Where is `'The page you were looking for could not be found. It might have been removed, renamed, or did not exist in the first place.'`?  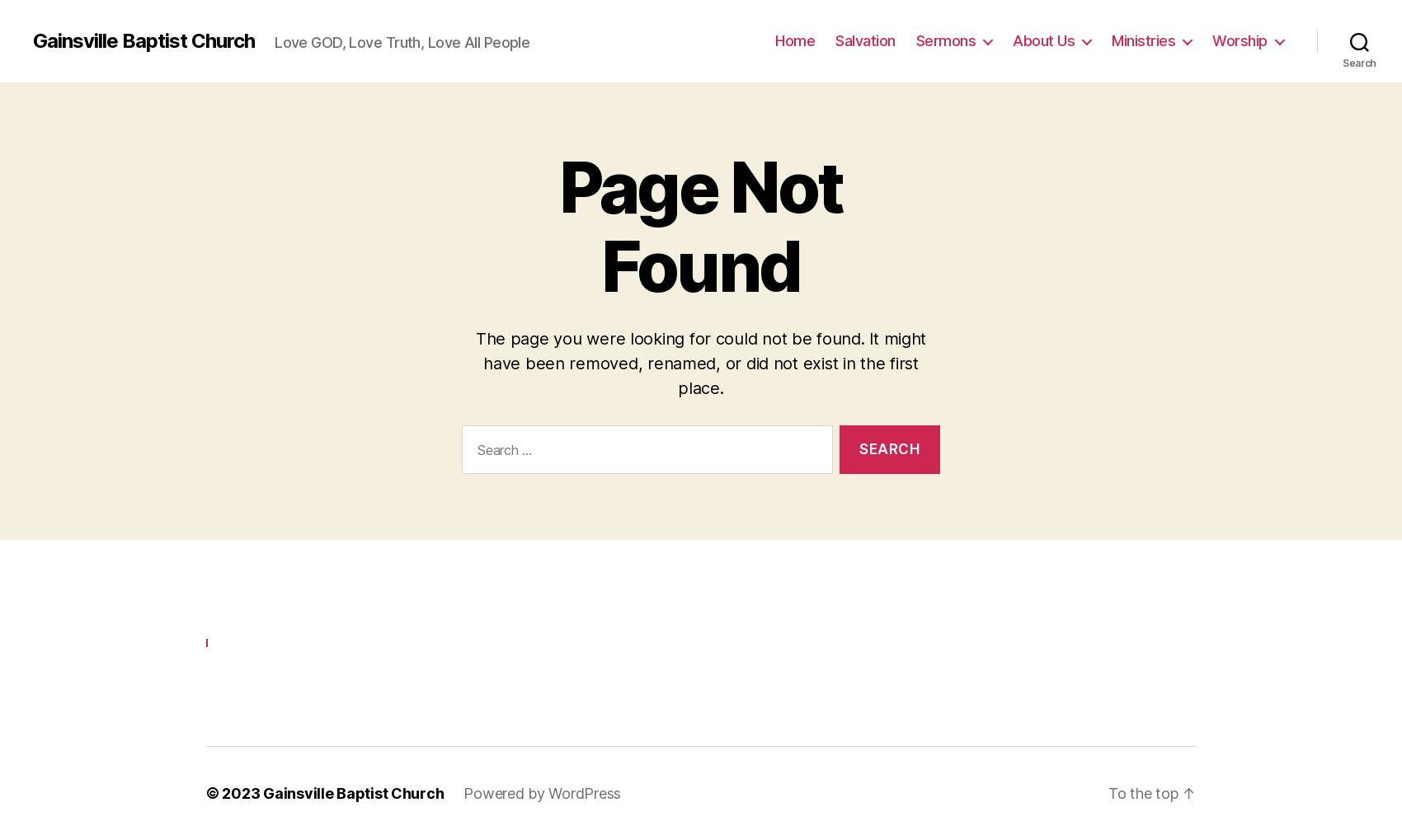
'The page you were looking for could not be found. It might have been removed, renamed, or did not exist in the first place.' is located at coordinates (699, 360).